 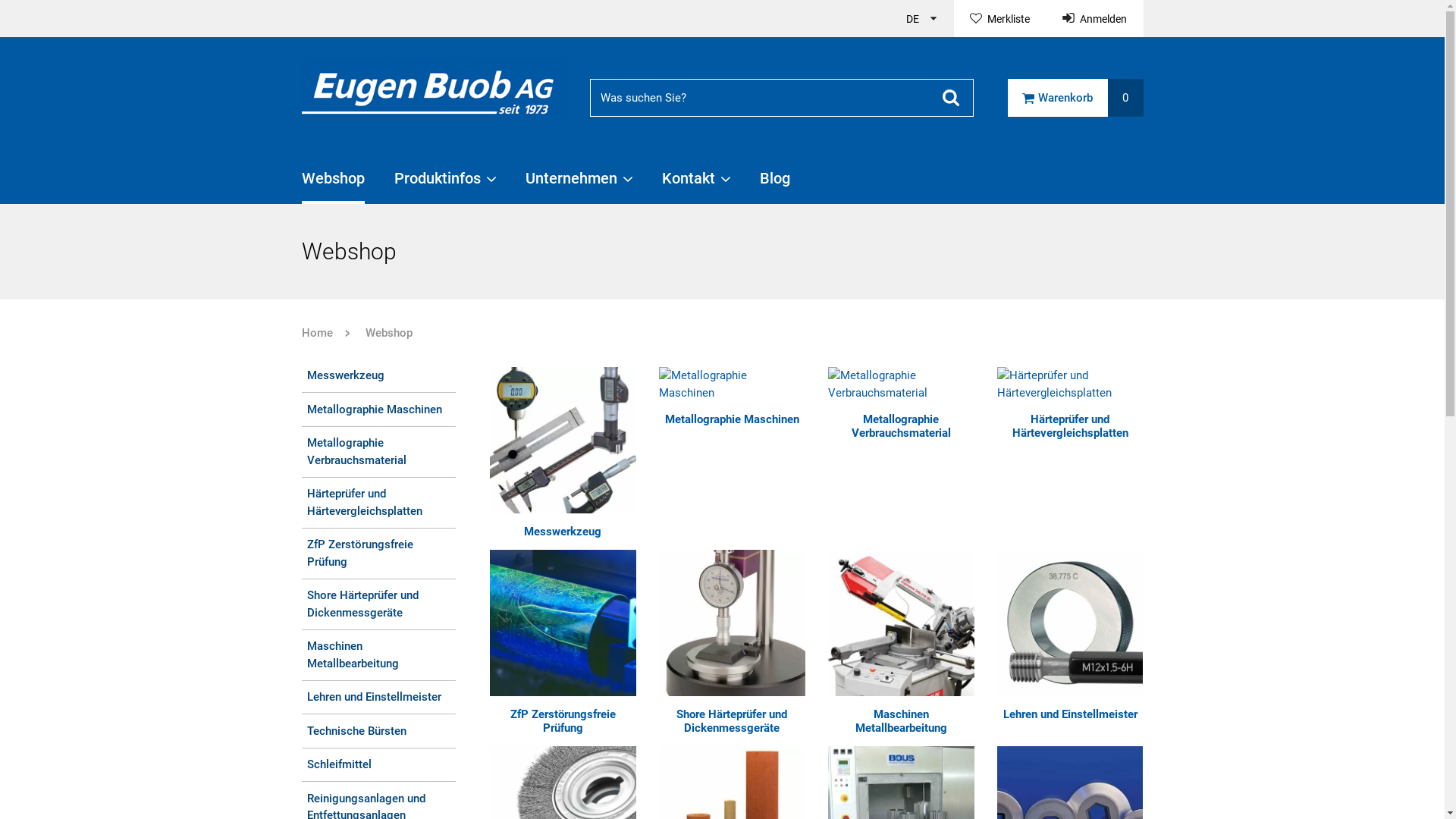 What do you see at coordinates (732, 383) in the screenshot?
I see `'Metallographie Maschinen'` at bounding box center [732, 383].